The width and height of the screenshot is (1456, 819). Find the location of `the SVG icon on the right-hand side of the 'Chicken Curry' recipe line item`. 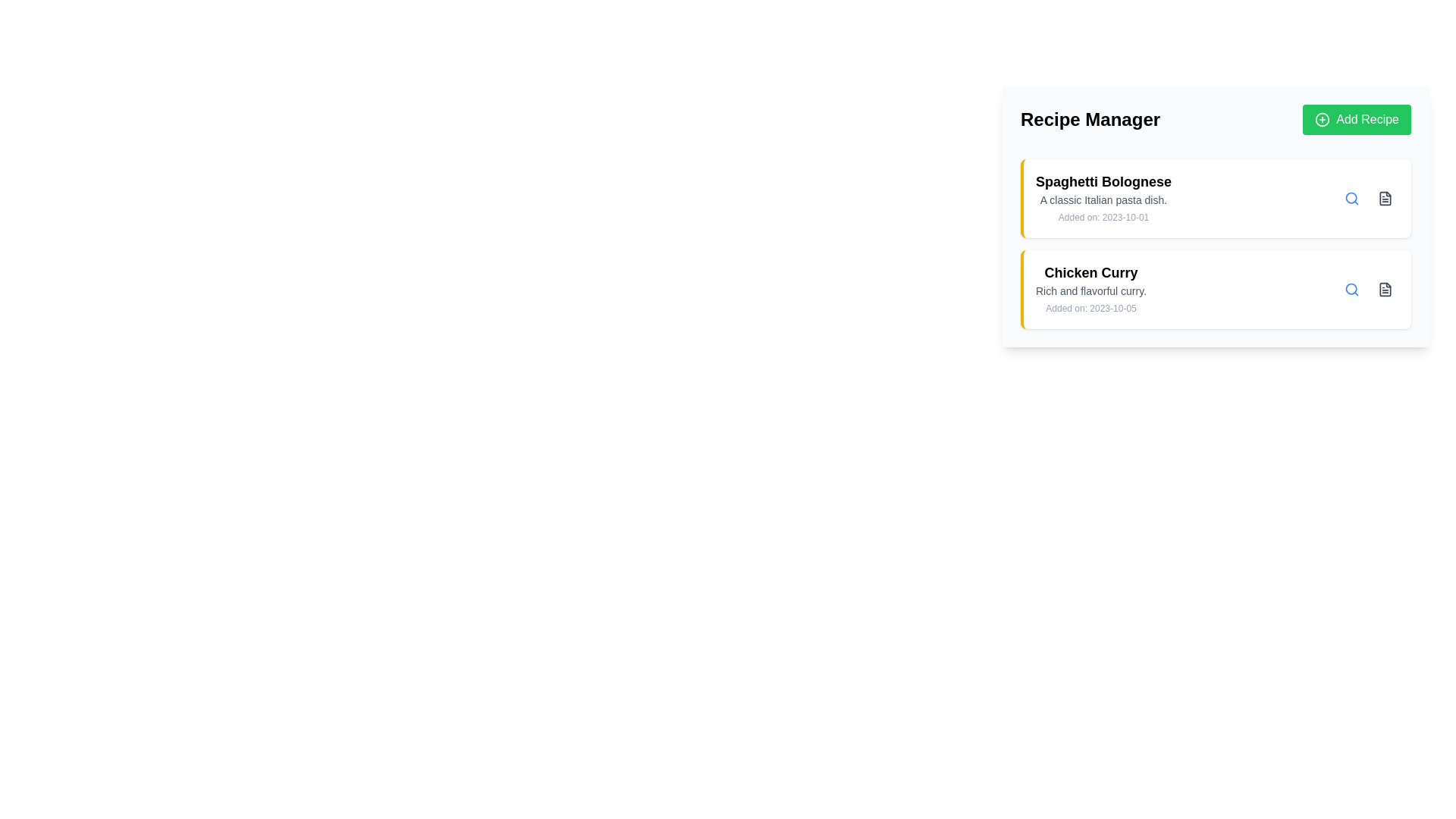

the SVG icon on the right-hand side of the 'Chicken Curry' recipe line item is located at coordinates (1385, 289).